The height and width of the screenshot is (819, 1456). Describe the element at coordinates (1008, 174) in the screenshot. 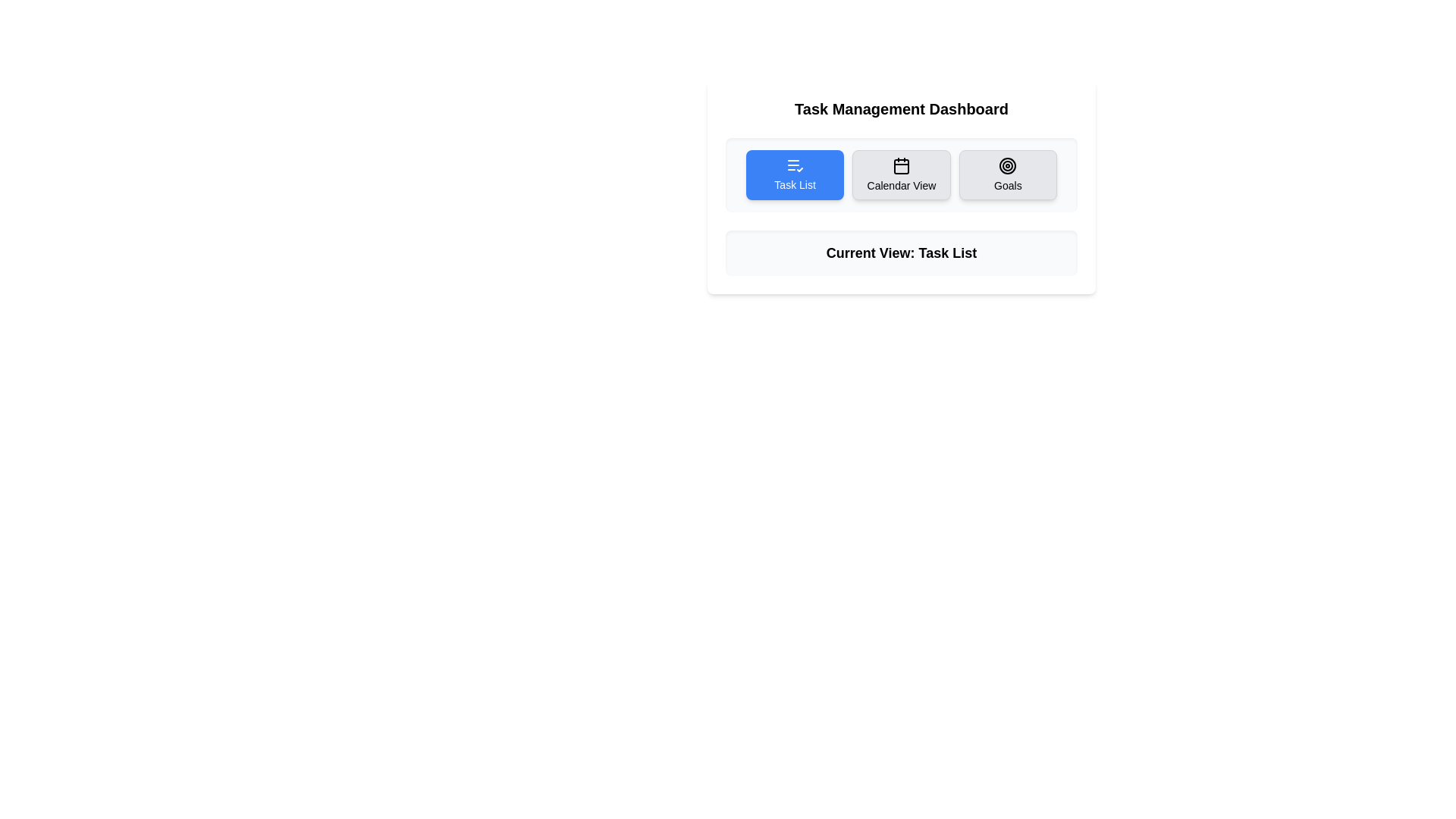

I see `the 'Goals' button, which is a rounded rectangular button with a soft grey background and a target icon above the text 'Goals', positioned as the third button in a row of three` at that location.